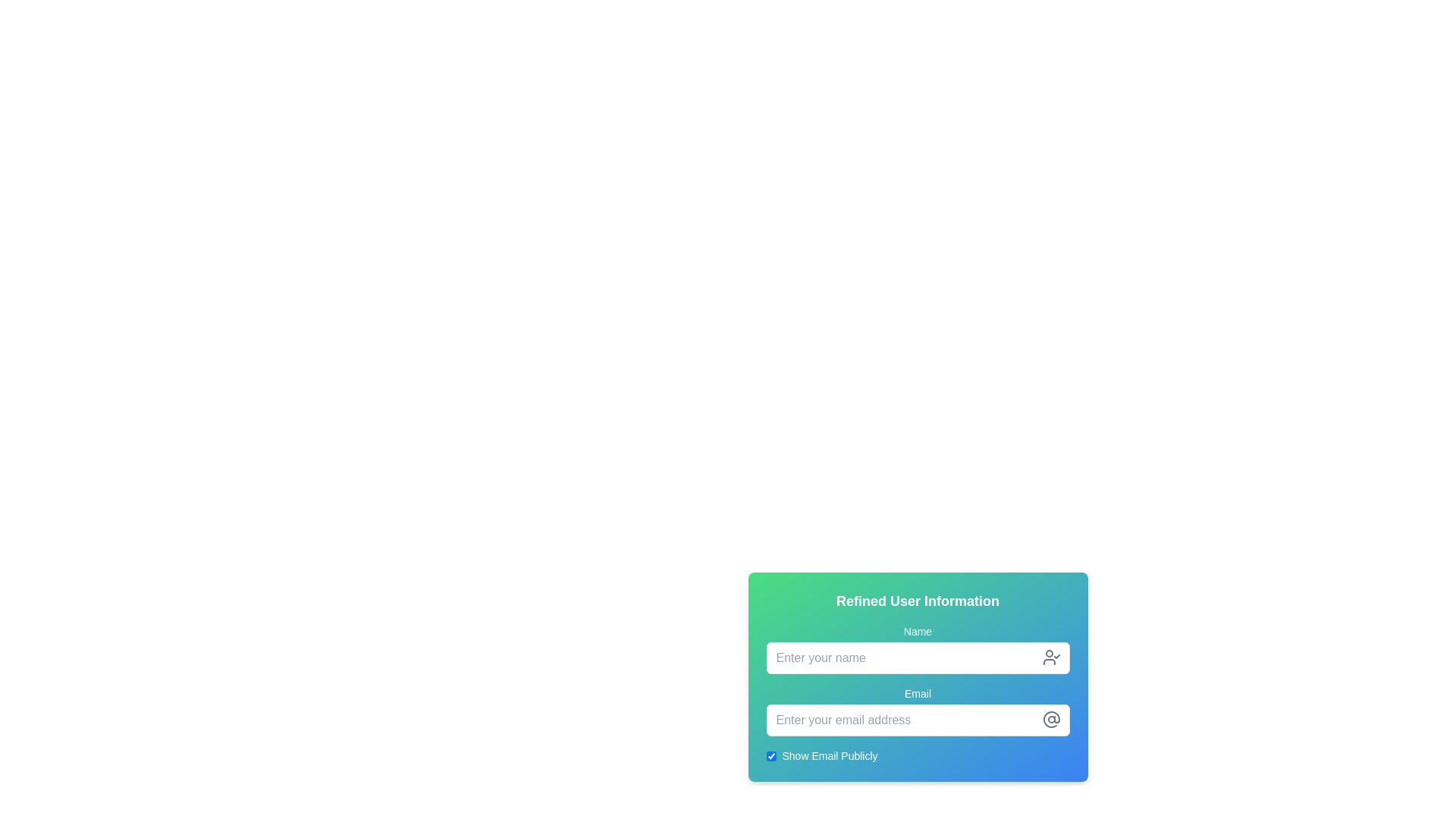  Describe the element at coordinates (917, 693) in the screenshot. I see `the label that describes the email input field, which is centered horizontally above the email address input field in the user information form` at that location.